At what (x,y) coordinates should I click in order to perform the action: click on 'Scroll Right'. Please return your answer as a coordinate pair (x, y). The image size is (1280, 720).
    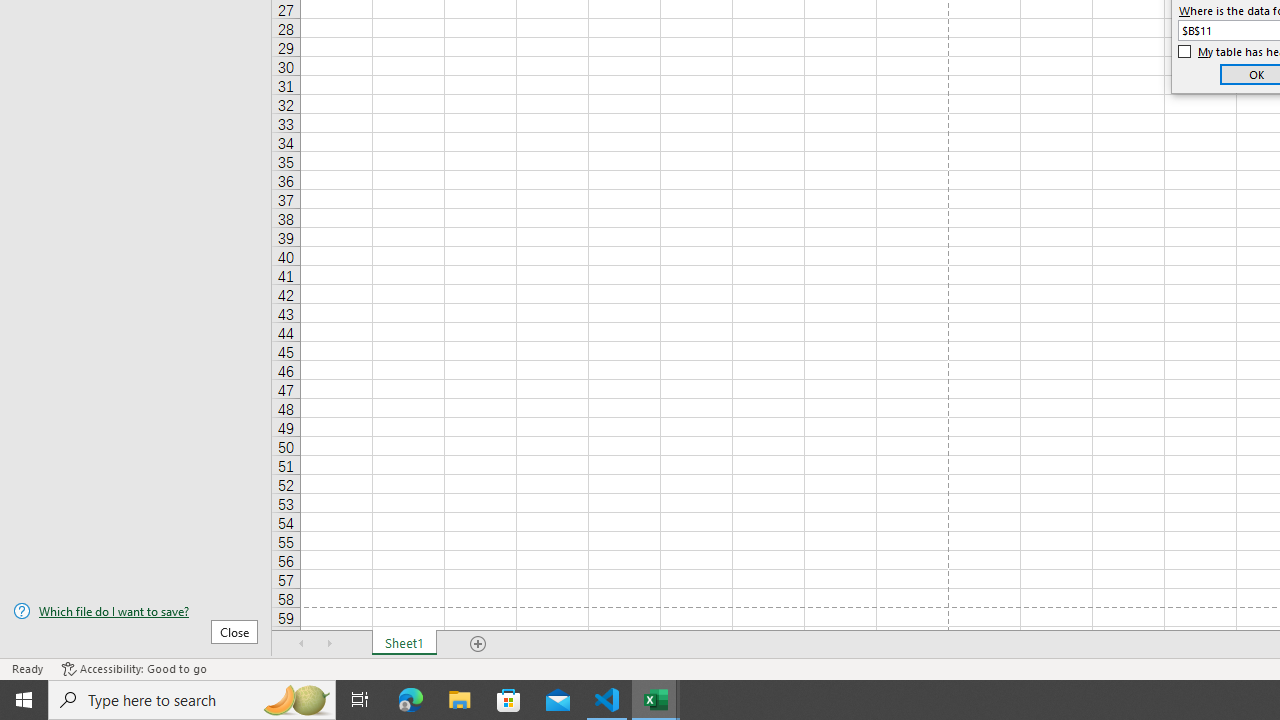
    Looking at the image, I should click on (330, 644).